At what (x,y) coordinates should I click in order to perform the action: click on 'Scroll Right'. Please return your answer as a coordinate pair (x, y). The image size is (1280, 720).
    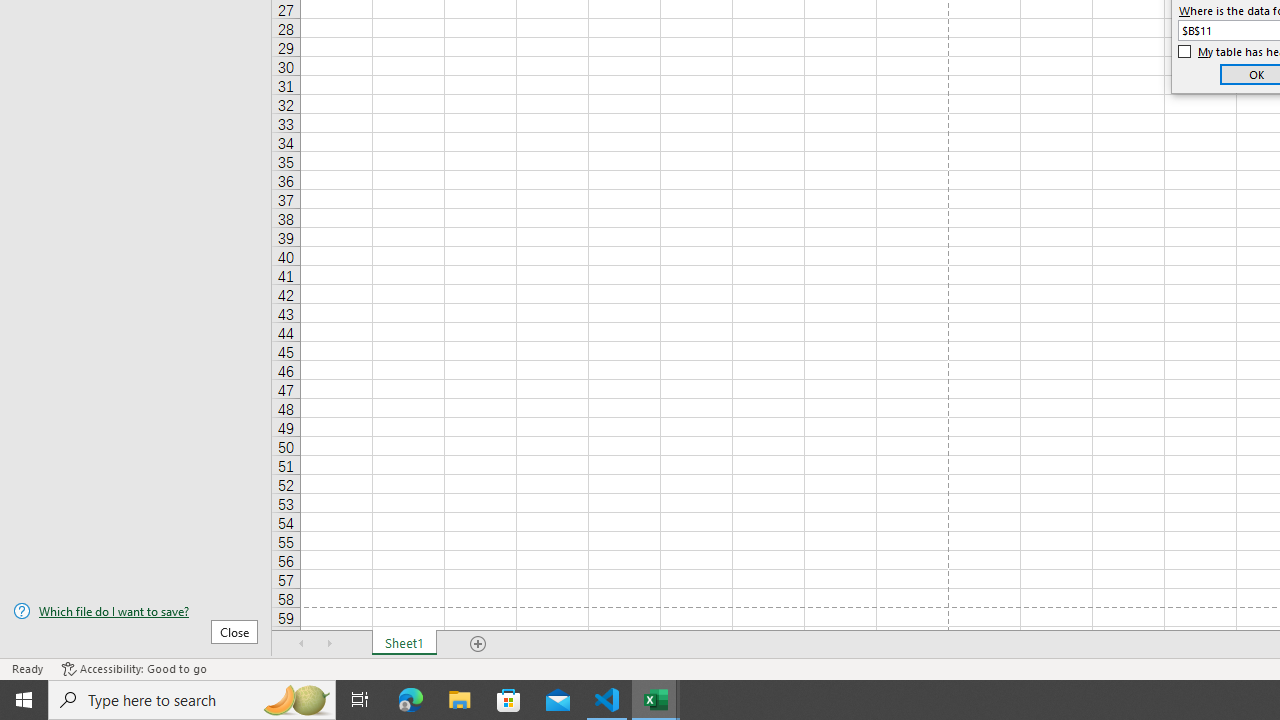
    Looking at the image, I should click on (330, 644).